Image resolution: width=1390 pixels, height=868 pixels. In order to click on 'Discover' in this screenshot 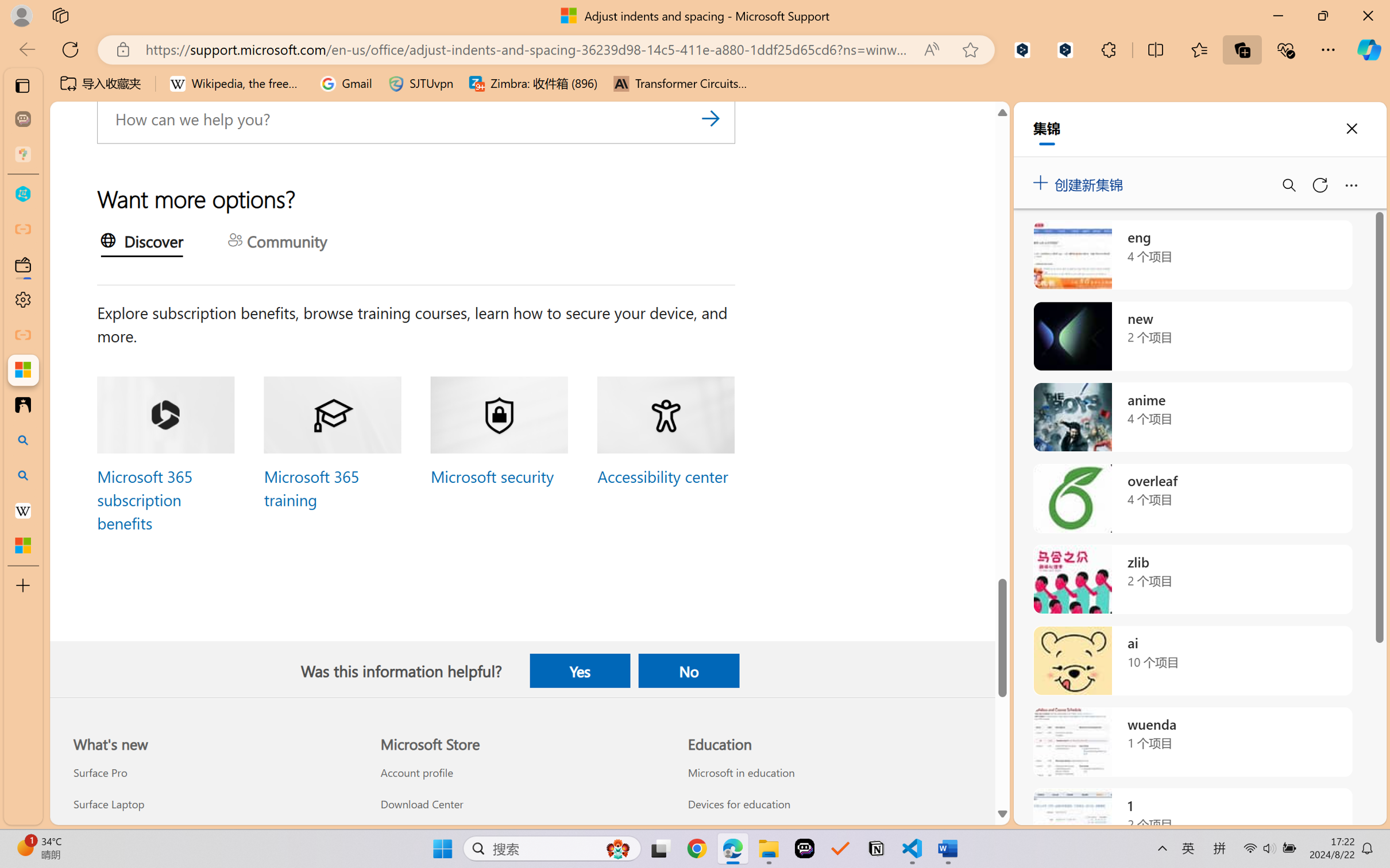, I will do `click(141, 242)`.